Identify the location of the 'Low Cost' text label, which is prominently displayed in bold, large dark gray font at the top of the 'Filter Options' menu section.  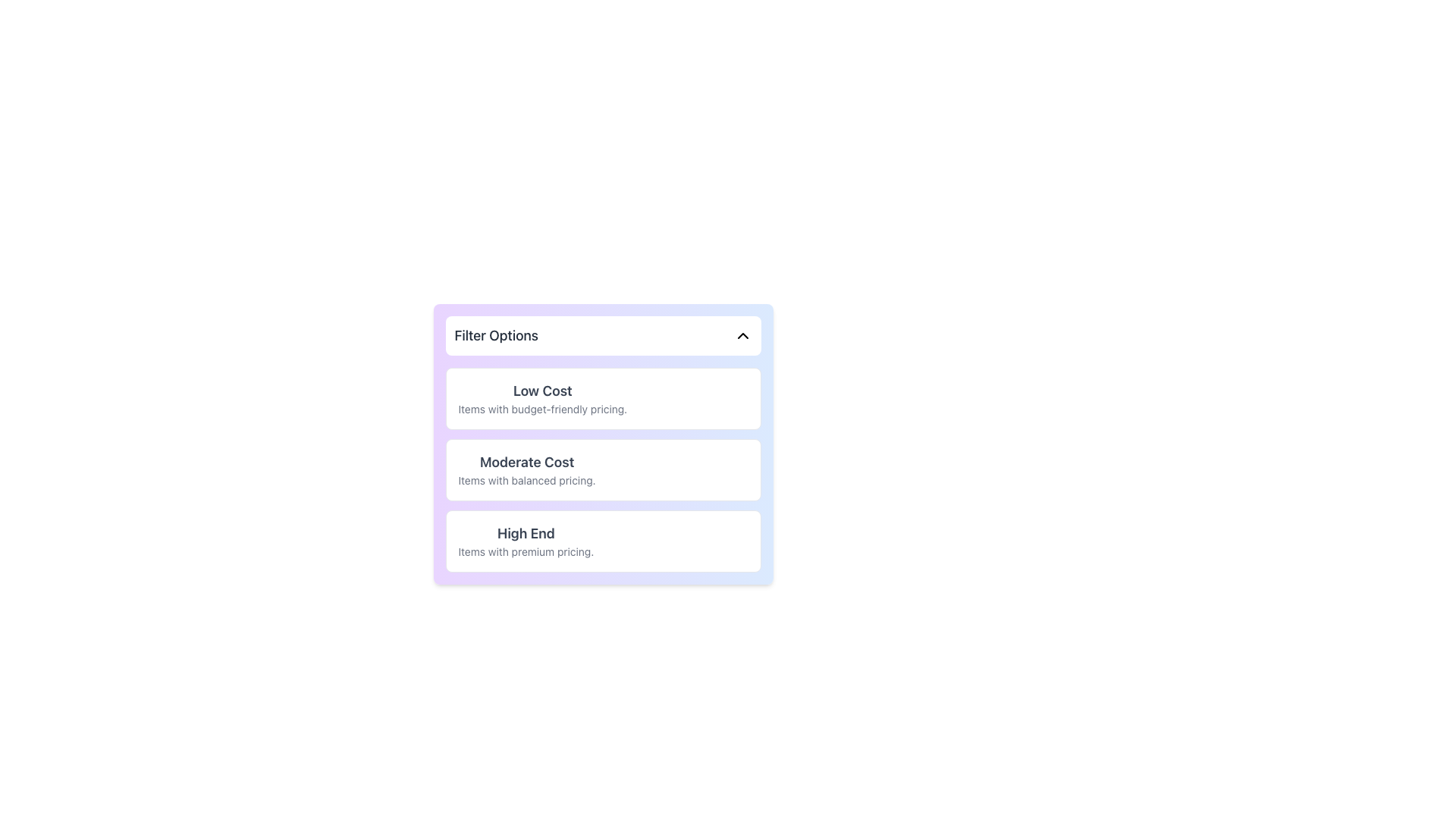
(542, 391).